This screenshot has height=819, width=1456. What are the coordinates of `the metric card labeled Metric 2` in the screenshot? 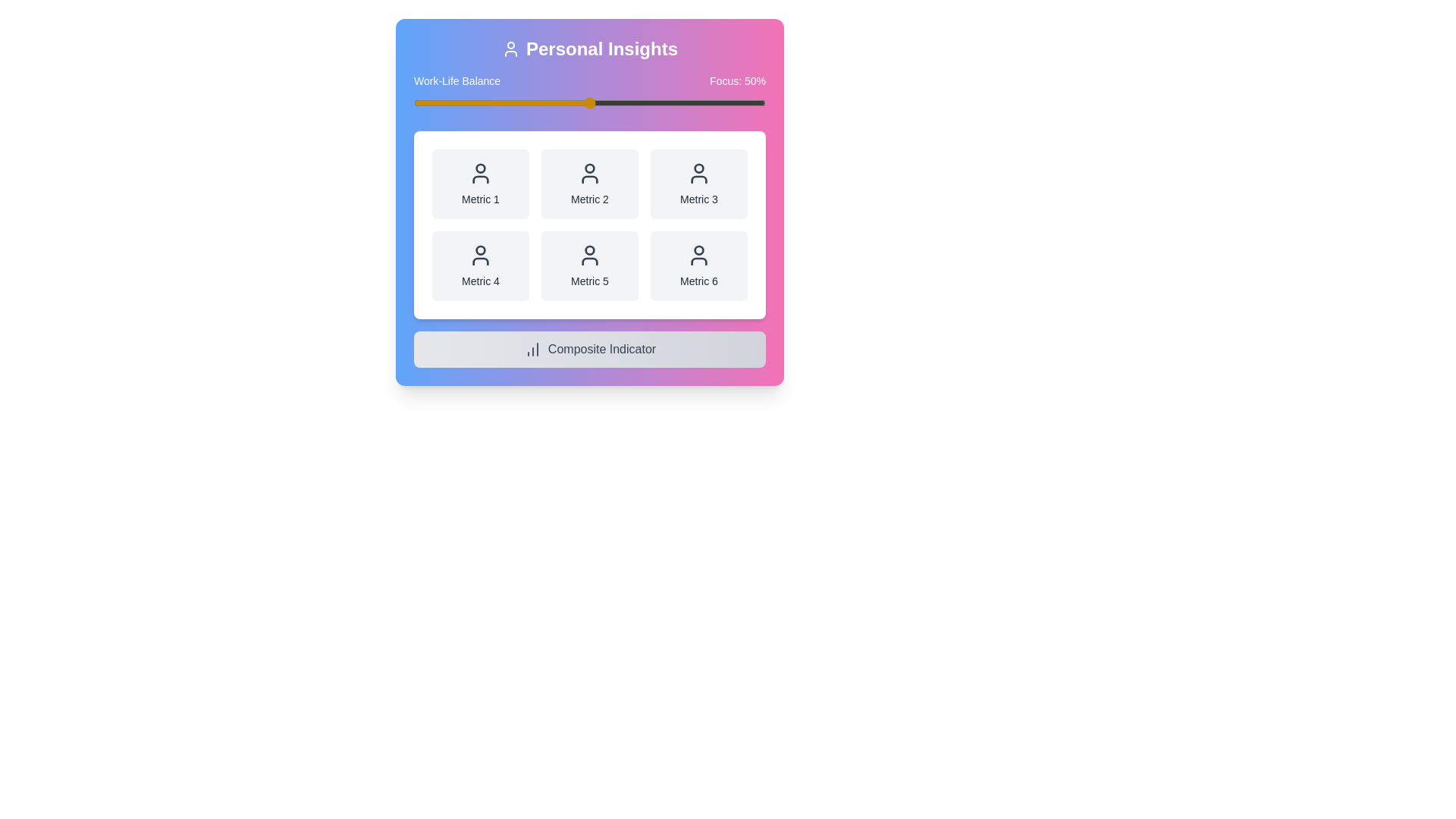 It's located at (588, 184).